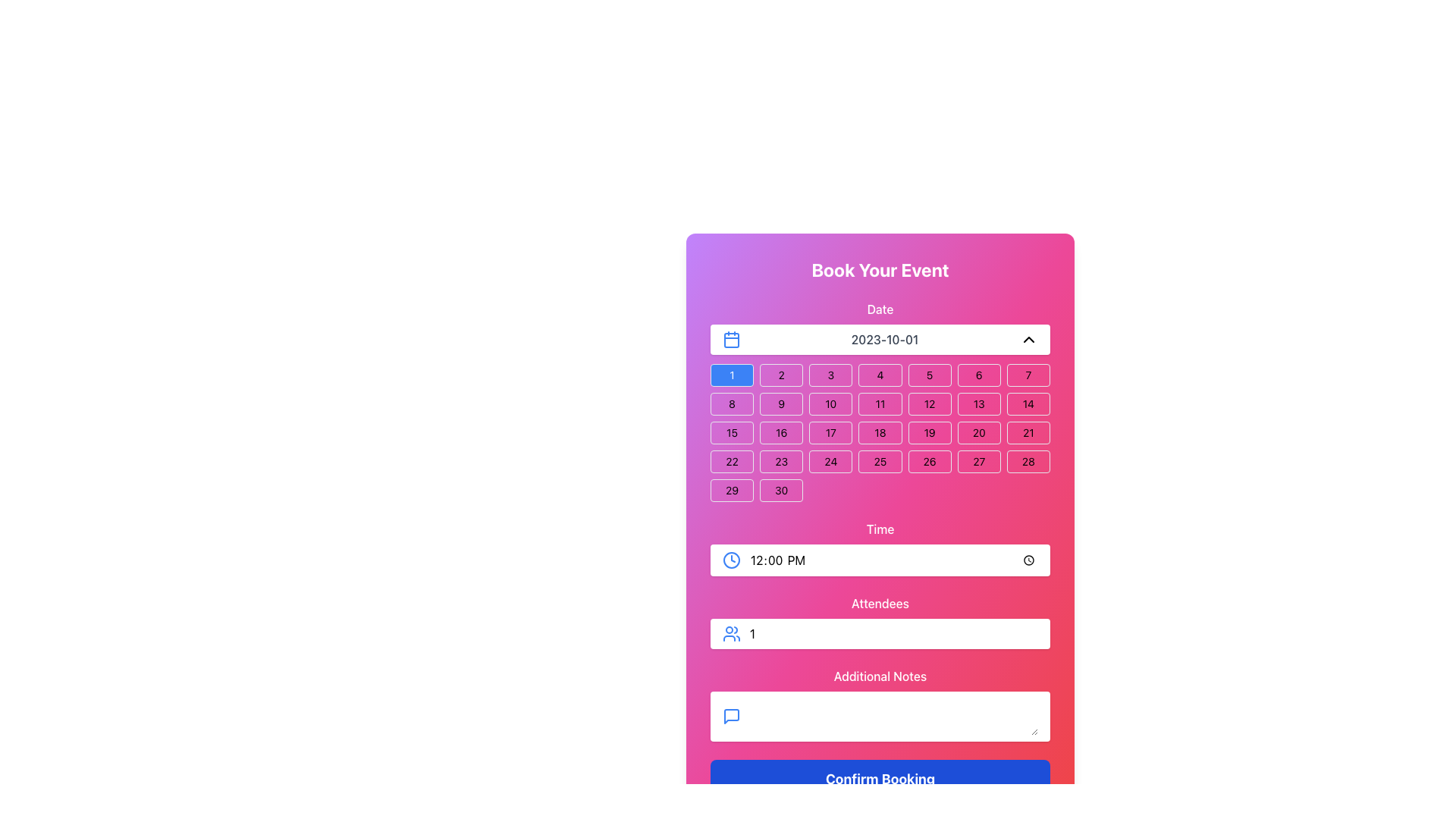  I want to click on the 28th day button in the calendar, so click(1028, 461).